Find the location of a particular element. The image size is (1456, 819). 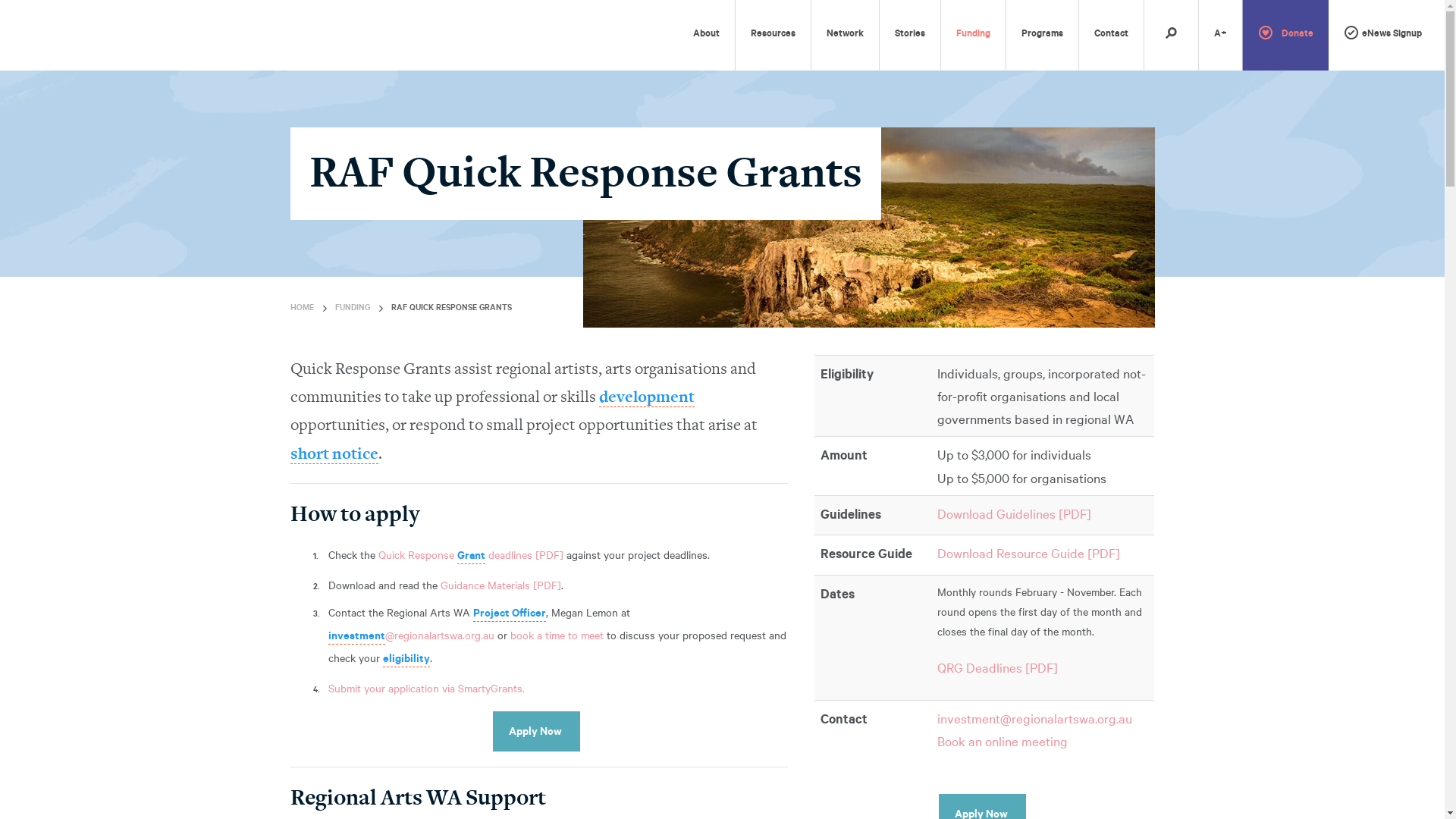

'Contact' is located at coordinates (1111, 34).